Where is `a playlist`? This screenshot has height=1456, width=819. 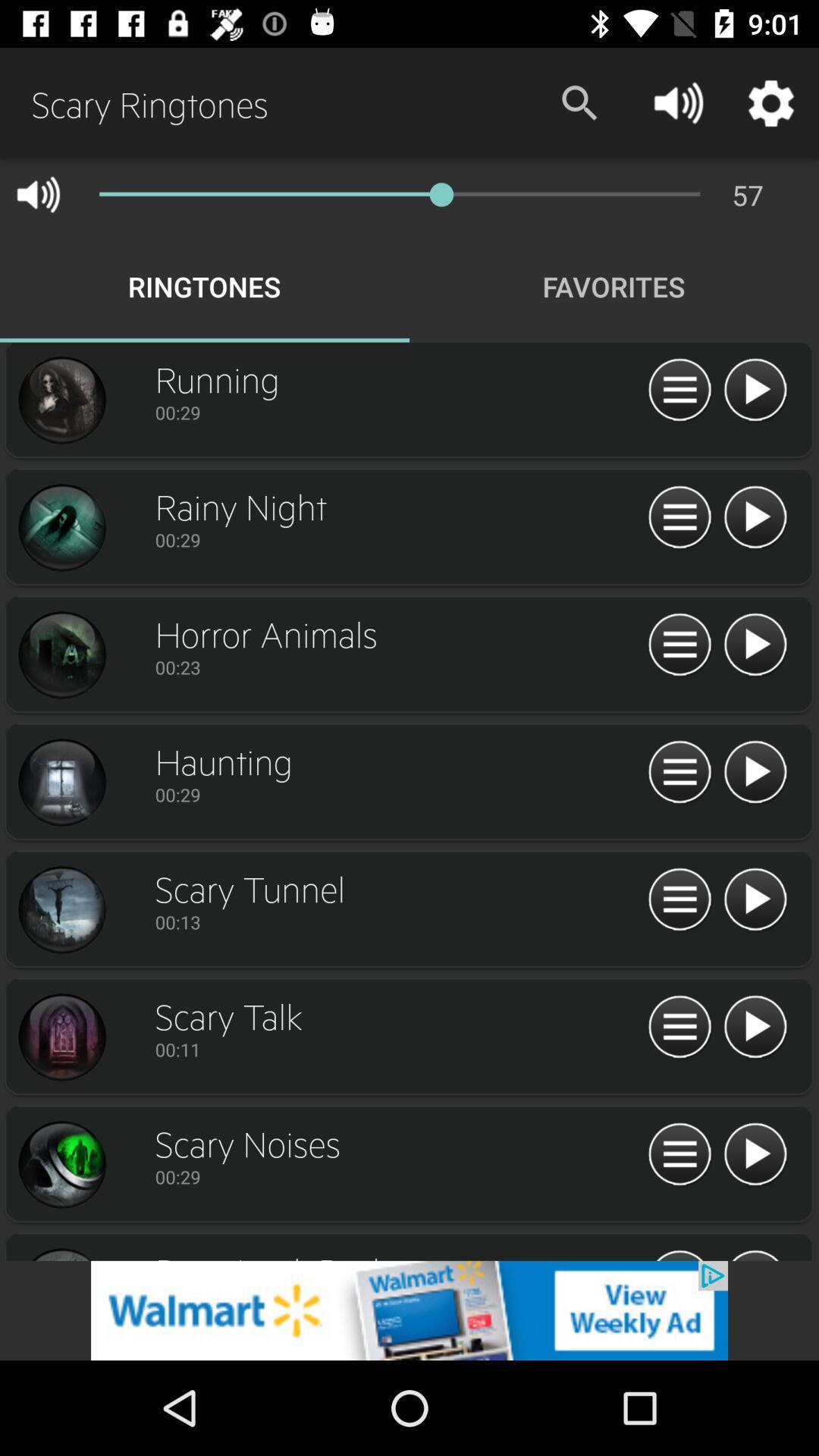 a playlist is located at coordinates (755, 1154).